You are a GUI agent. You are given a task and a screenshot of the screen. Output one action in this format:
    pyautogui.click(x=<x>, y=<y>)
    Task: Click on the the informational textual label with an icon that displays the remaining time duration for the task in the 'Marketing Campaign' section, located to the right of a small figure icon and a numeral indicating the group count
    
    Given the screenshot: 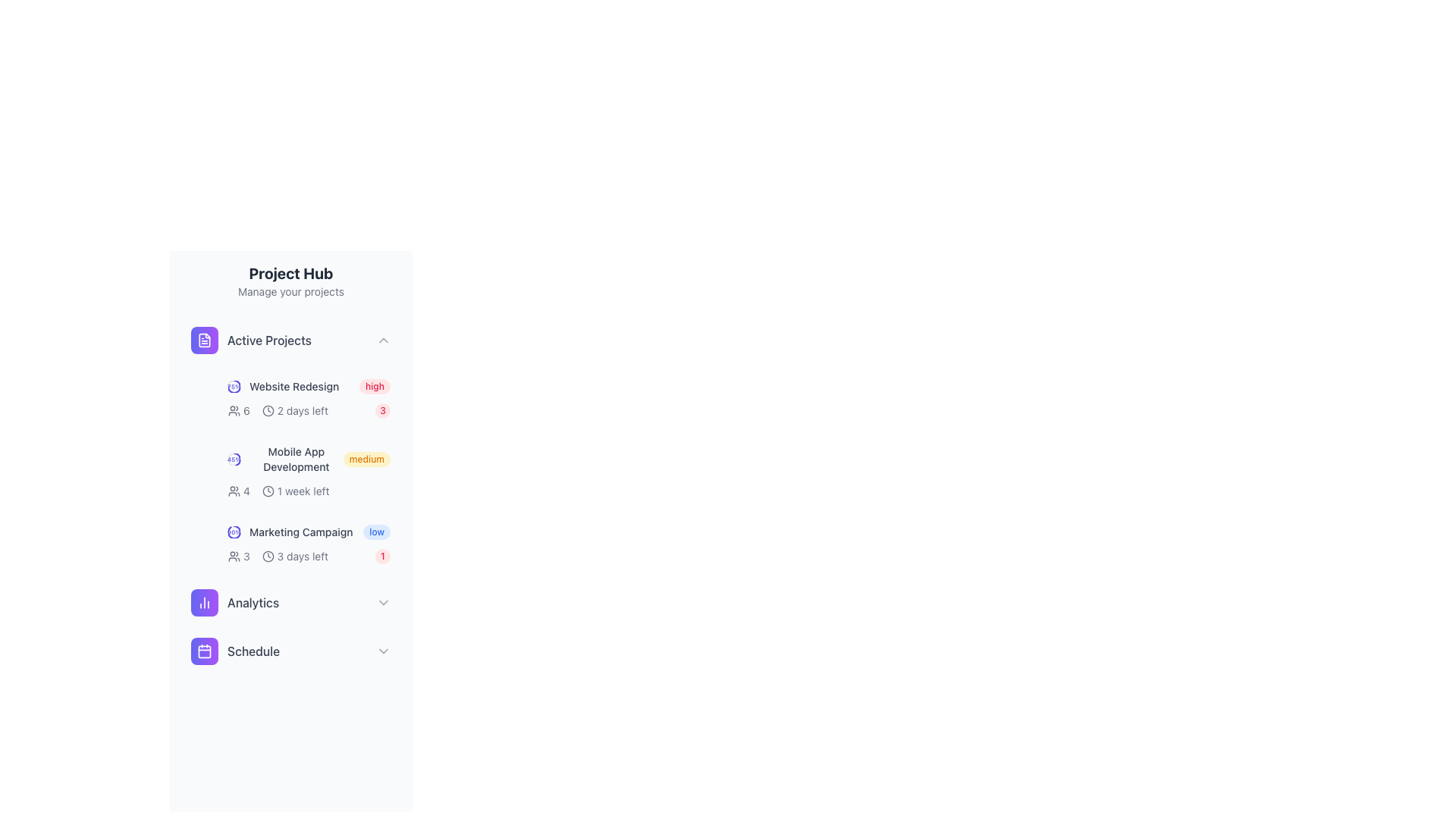 What is the action you would take?
    pyautogui.click(x=278, y=556)
    